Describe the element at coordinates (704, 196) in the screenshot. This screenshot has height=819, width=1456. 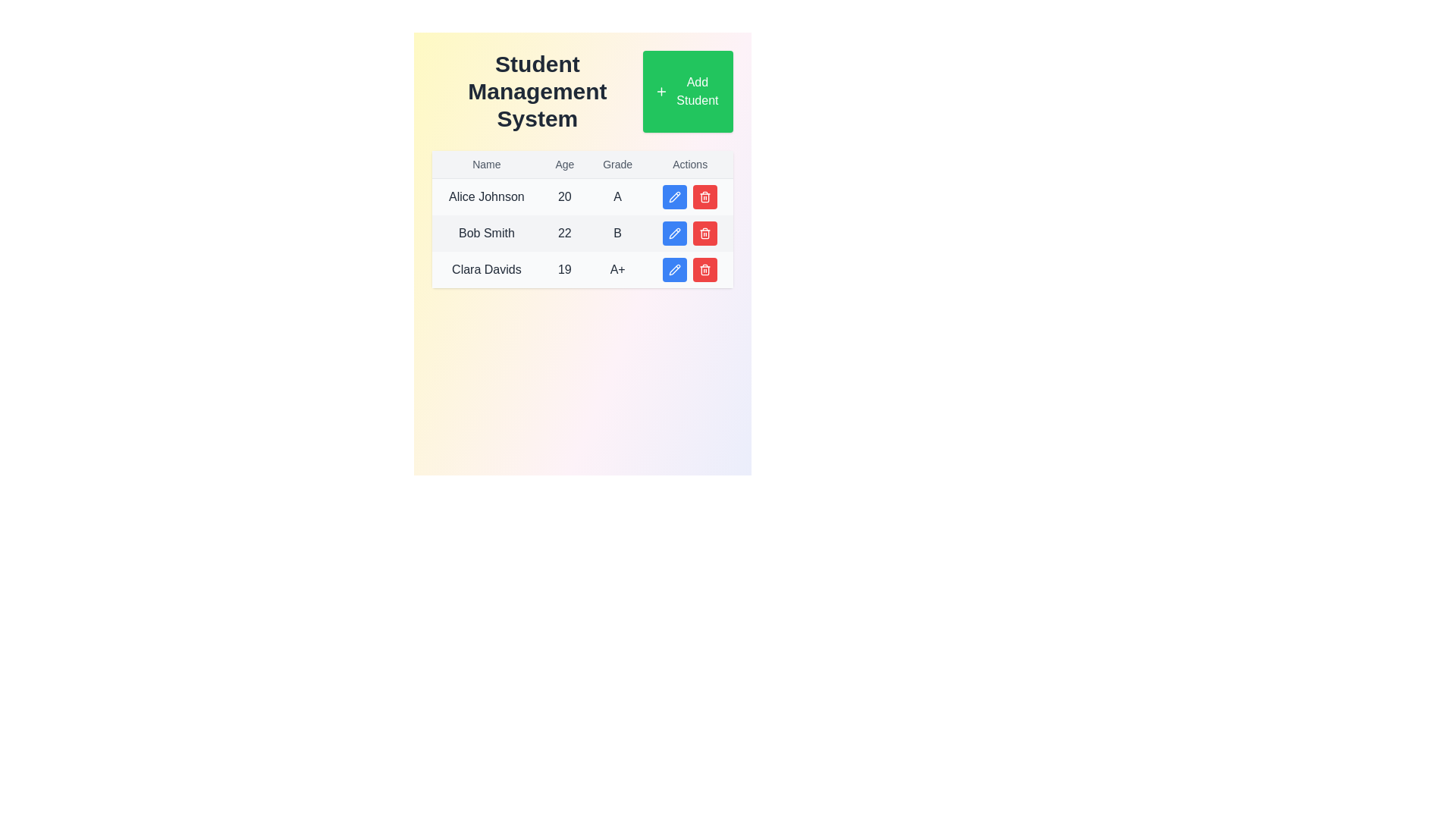
I see `the rounded red button with a white trash can icon` at that location.